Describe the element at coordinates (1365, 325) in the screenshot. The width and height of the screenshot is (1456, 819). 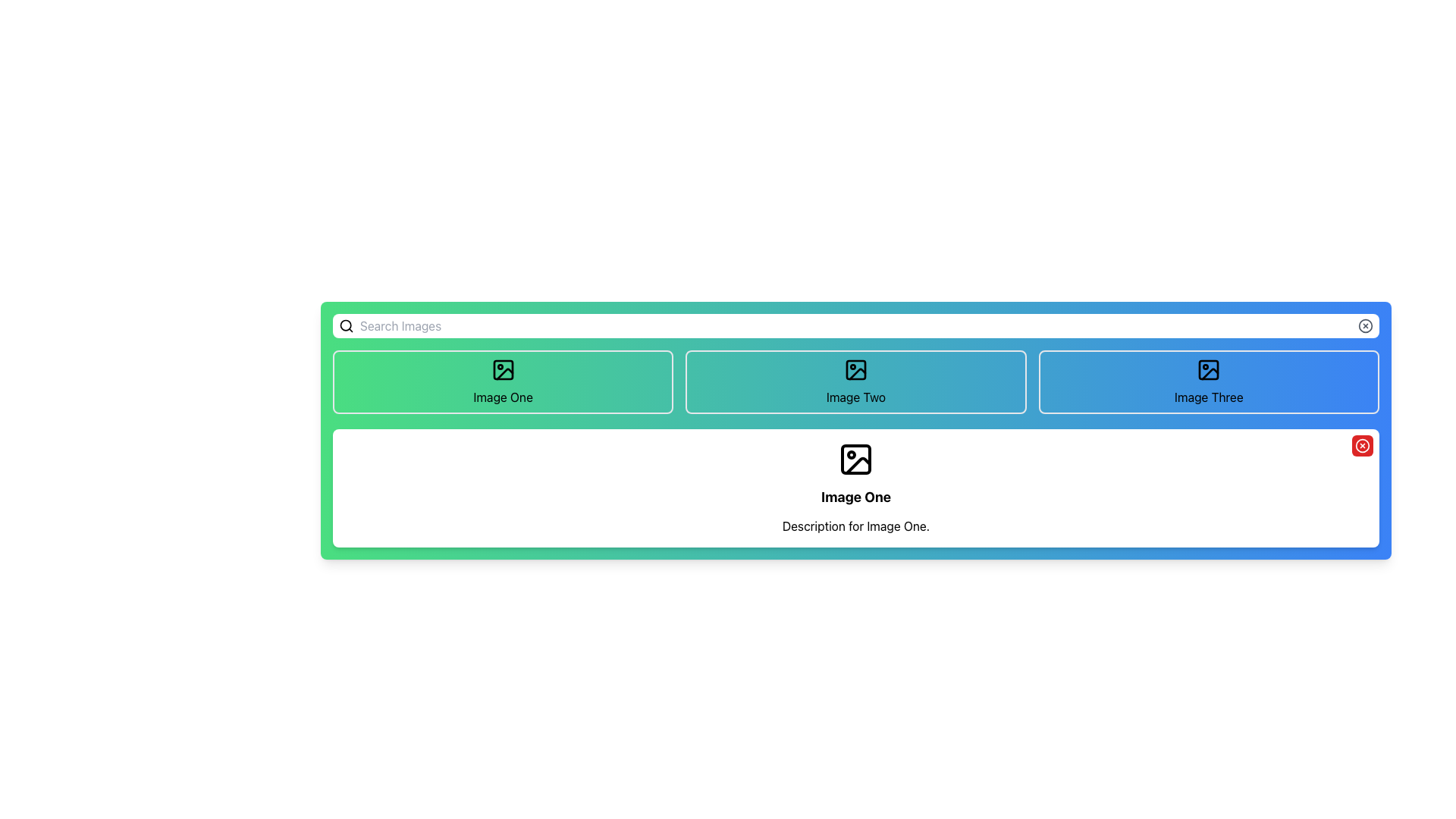
I see `the Icon Button located at the top-right corner of the layout` at that location.